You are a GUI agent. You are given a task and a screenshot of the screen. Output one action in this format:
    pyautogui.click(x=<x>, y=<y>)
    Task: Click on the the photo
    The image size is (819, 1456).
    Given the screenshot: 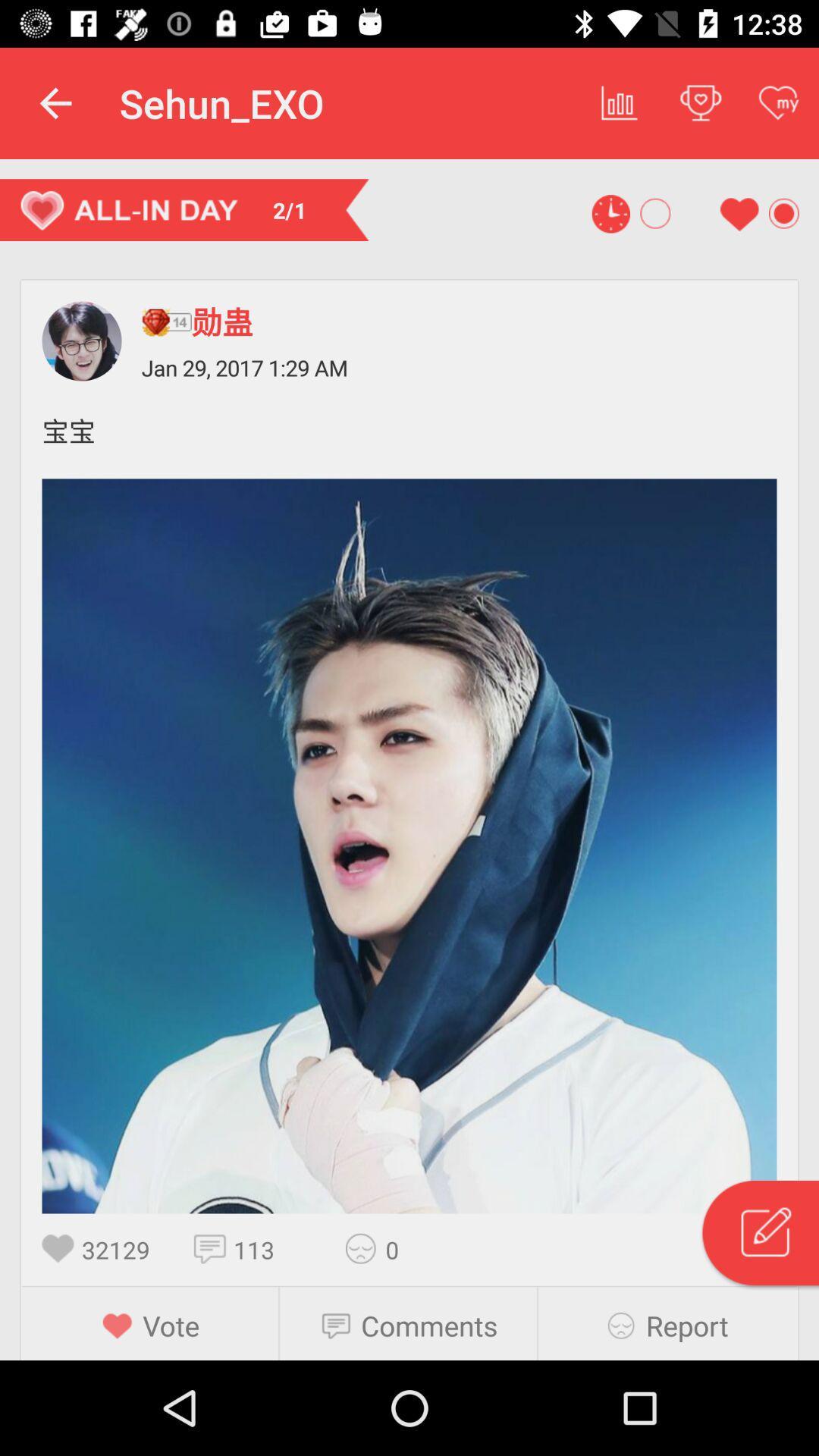 What is the action you would take?
    pyautogui.click(x=409, y=846)
    